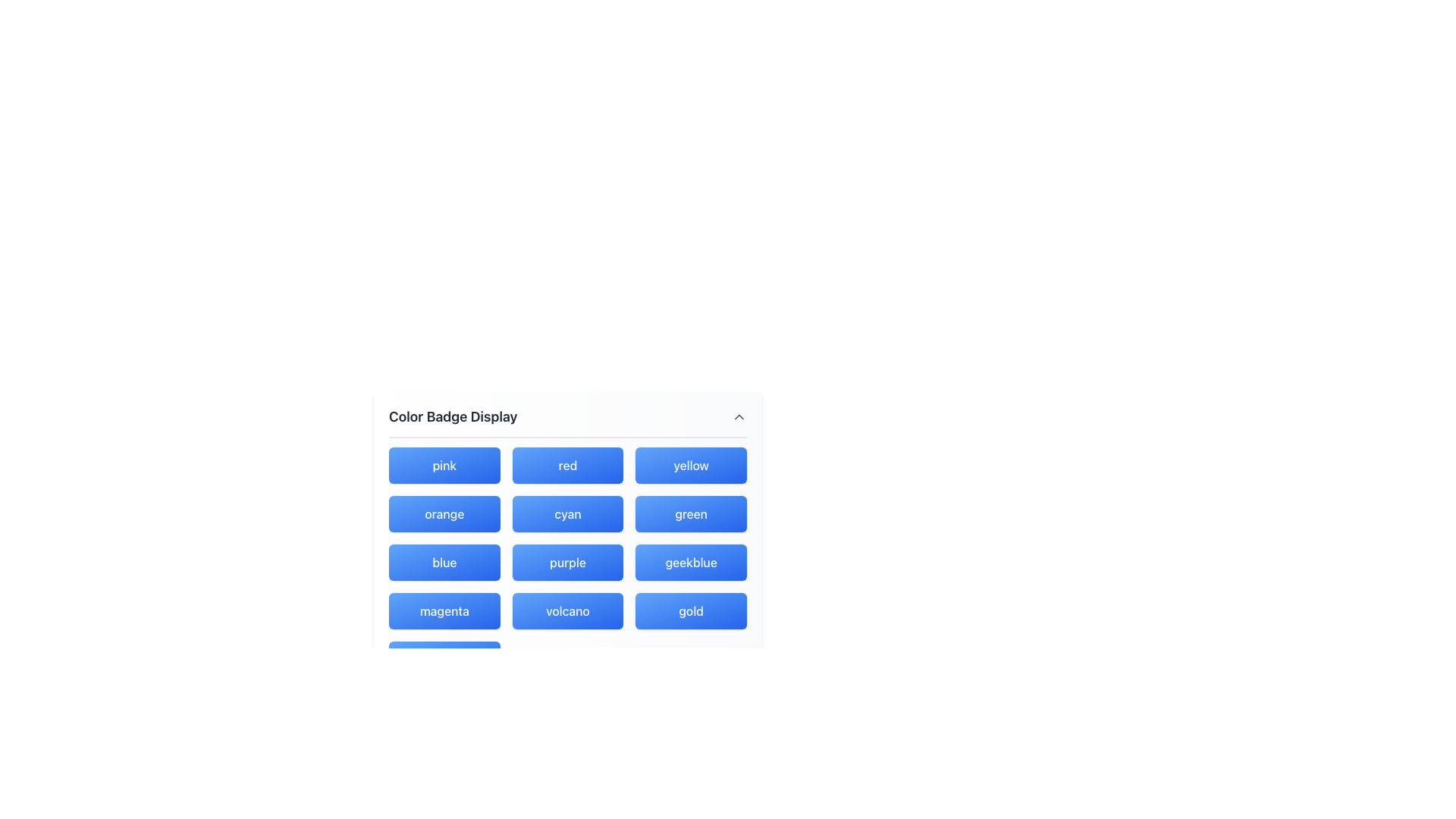 This screenshot has height=819, width=1456. Describe the element at coordinates (566, 562) in the screenshot. I see `the rectangular badge with the text 'purple', which is the second badge in the fourth row of the grid layout under 'Color Badge Display'` at that location.